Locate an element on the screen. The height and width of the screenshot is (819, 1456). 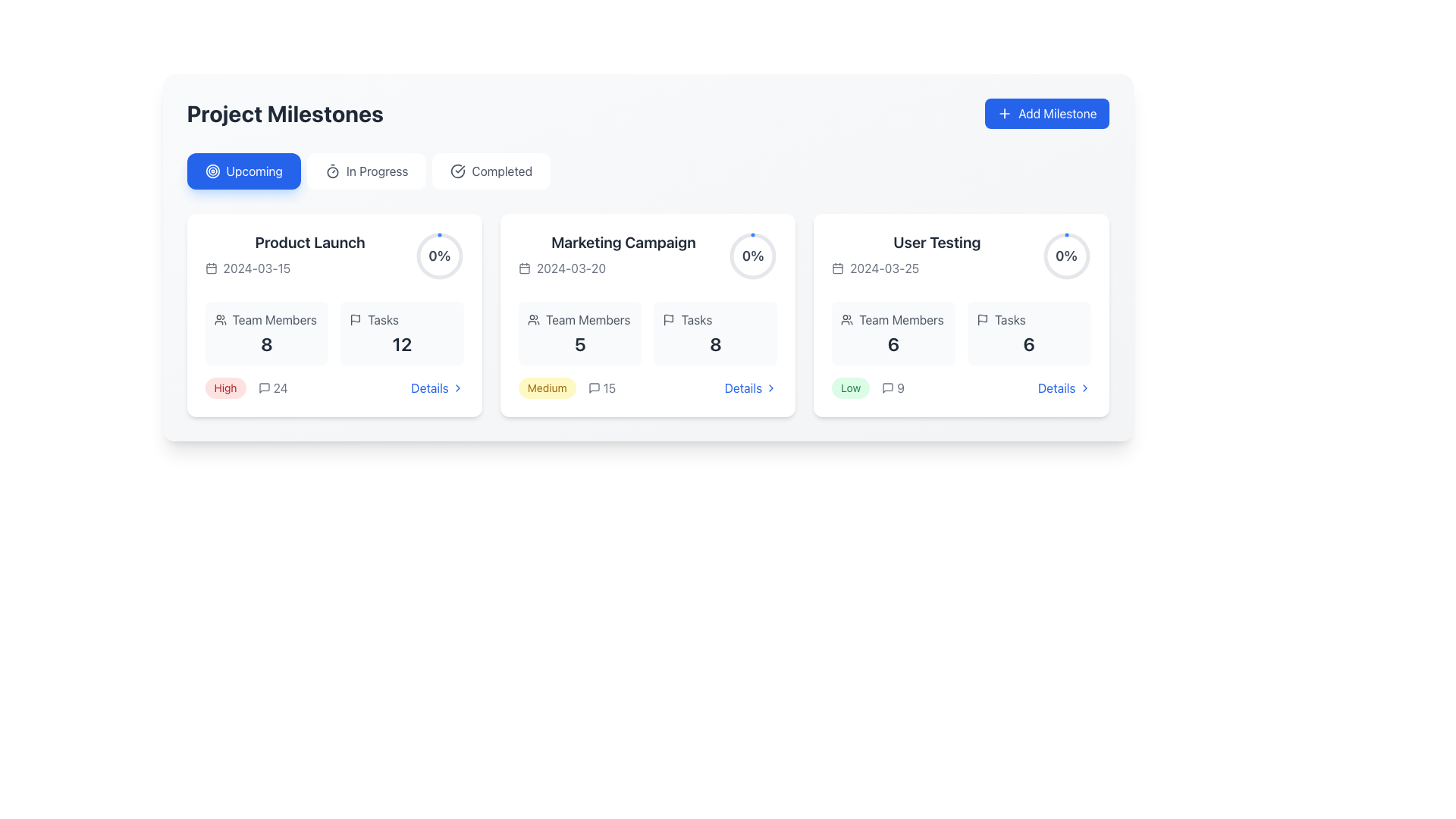
'Details' interactive link with icon located at the bottom-right corner of the 'Product Launch' card for accessibility testing is located at coordinates (436, 388).